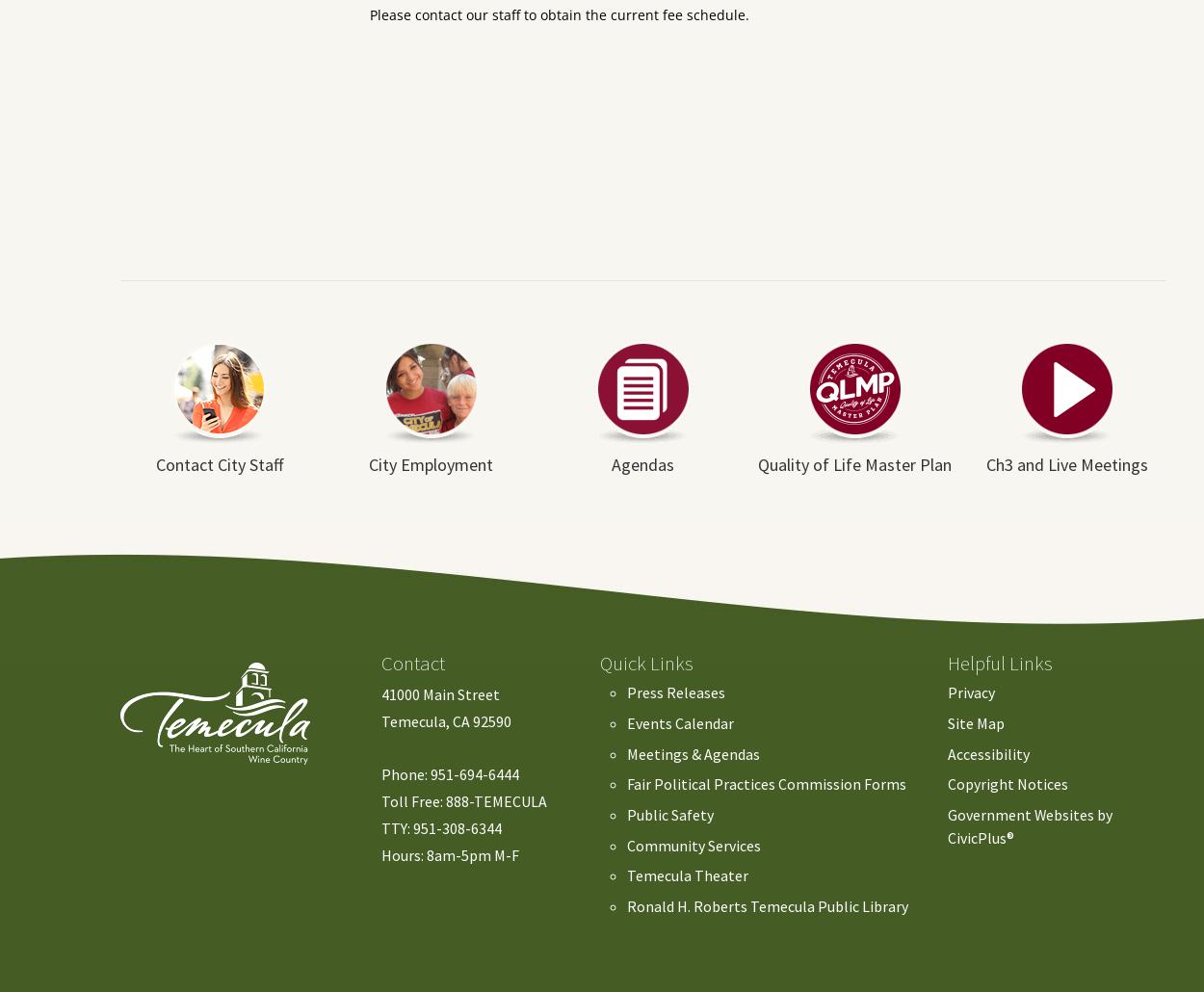 The height and width of the screenshot is (992, 1204). I want to click on 'Phone: 951-694-6444', so click(381, 773).